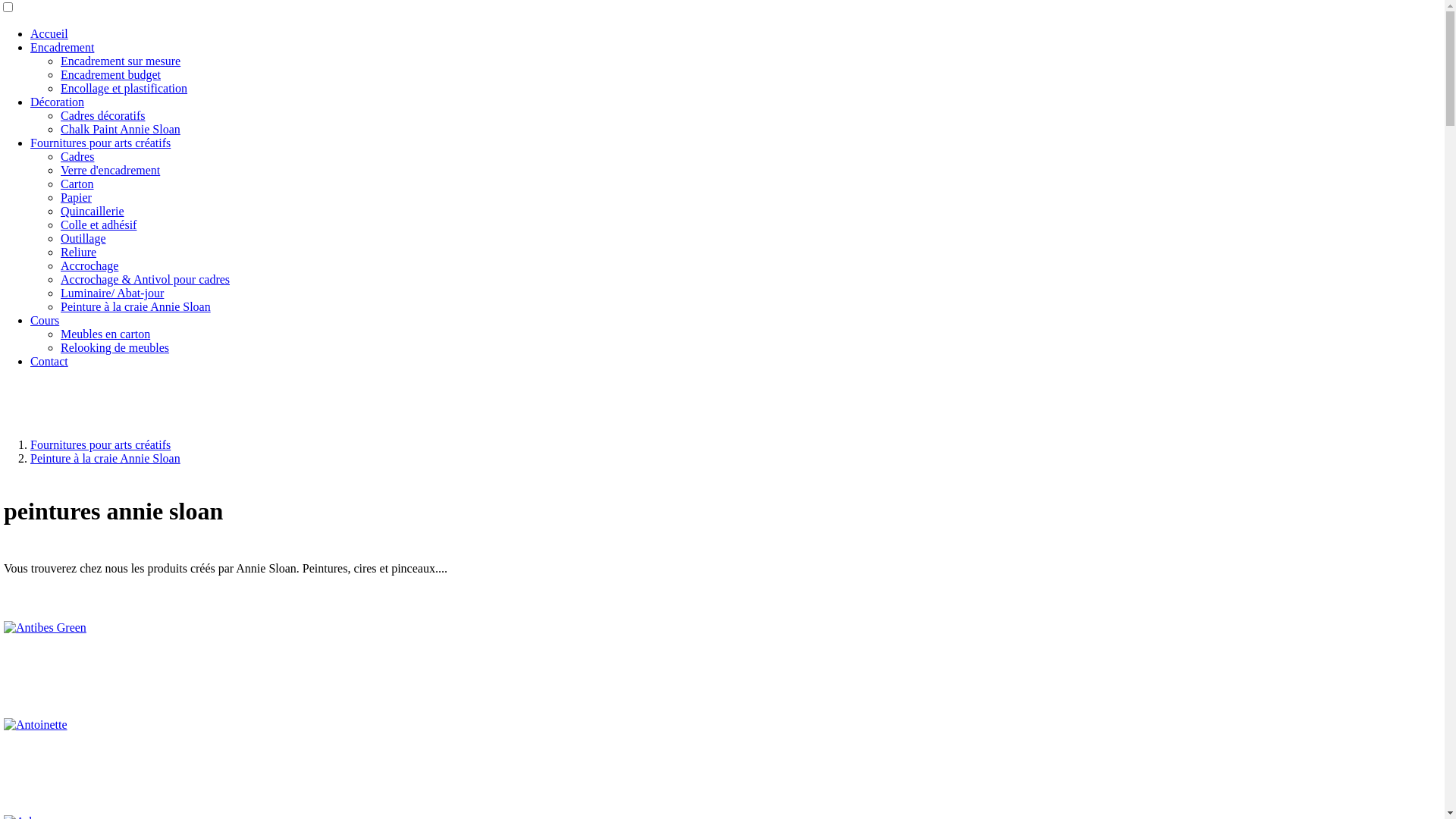  What do you see at coordinates (91, 211) in the screenshot?
I see `'Quincaillerie'` at bounding box center [91, 211].